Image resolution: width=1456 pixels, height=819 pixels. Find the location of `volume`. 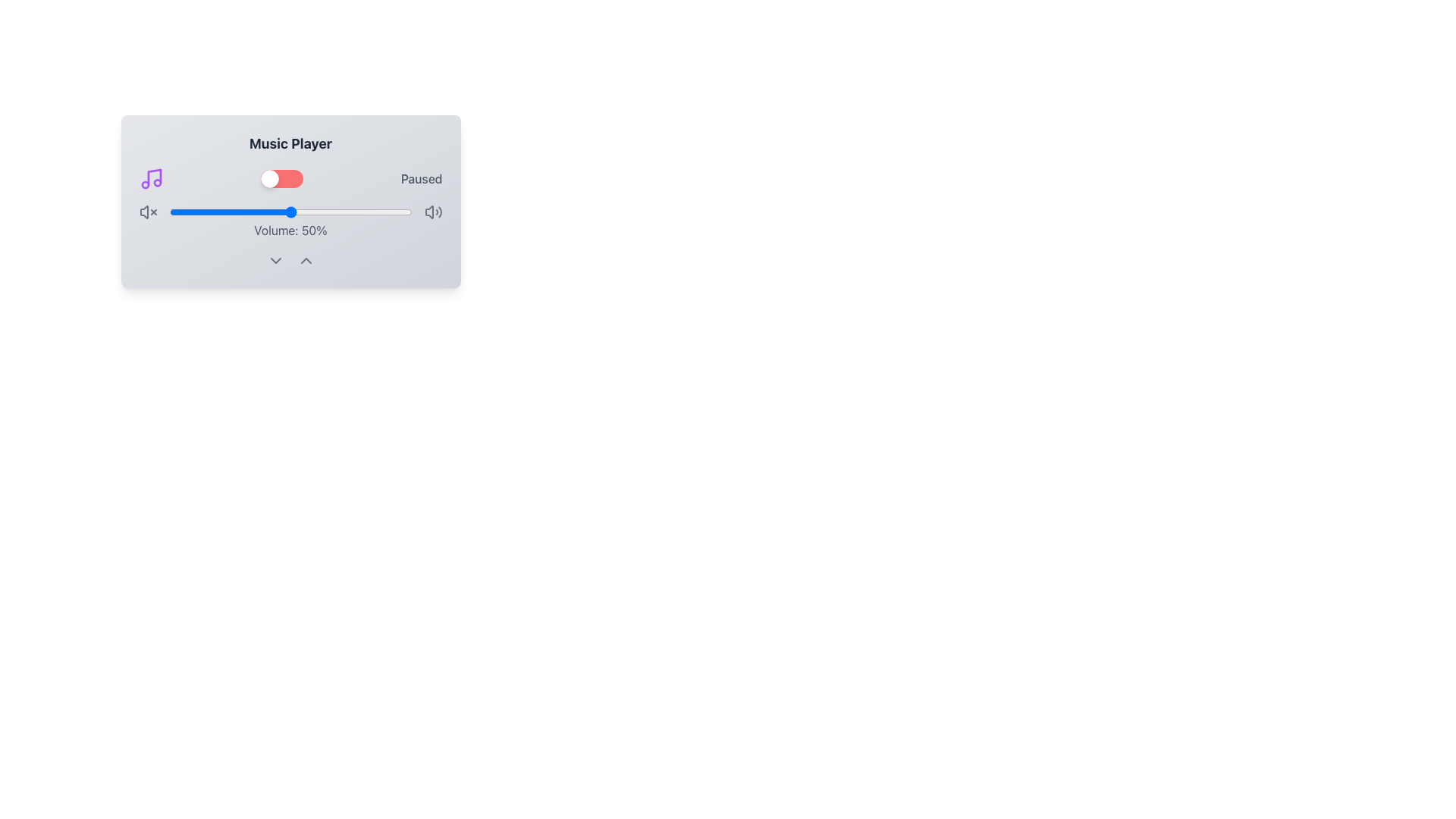

volume is located at coordinates (380, 212).